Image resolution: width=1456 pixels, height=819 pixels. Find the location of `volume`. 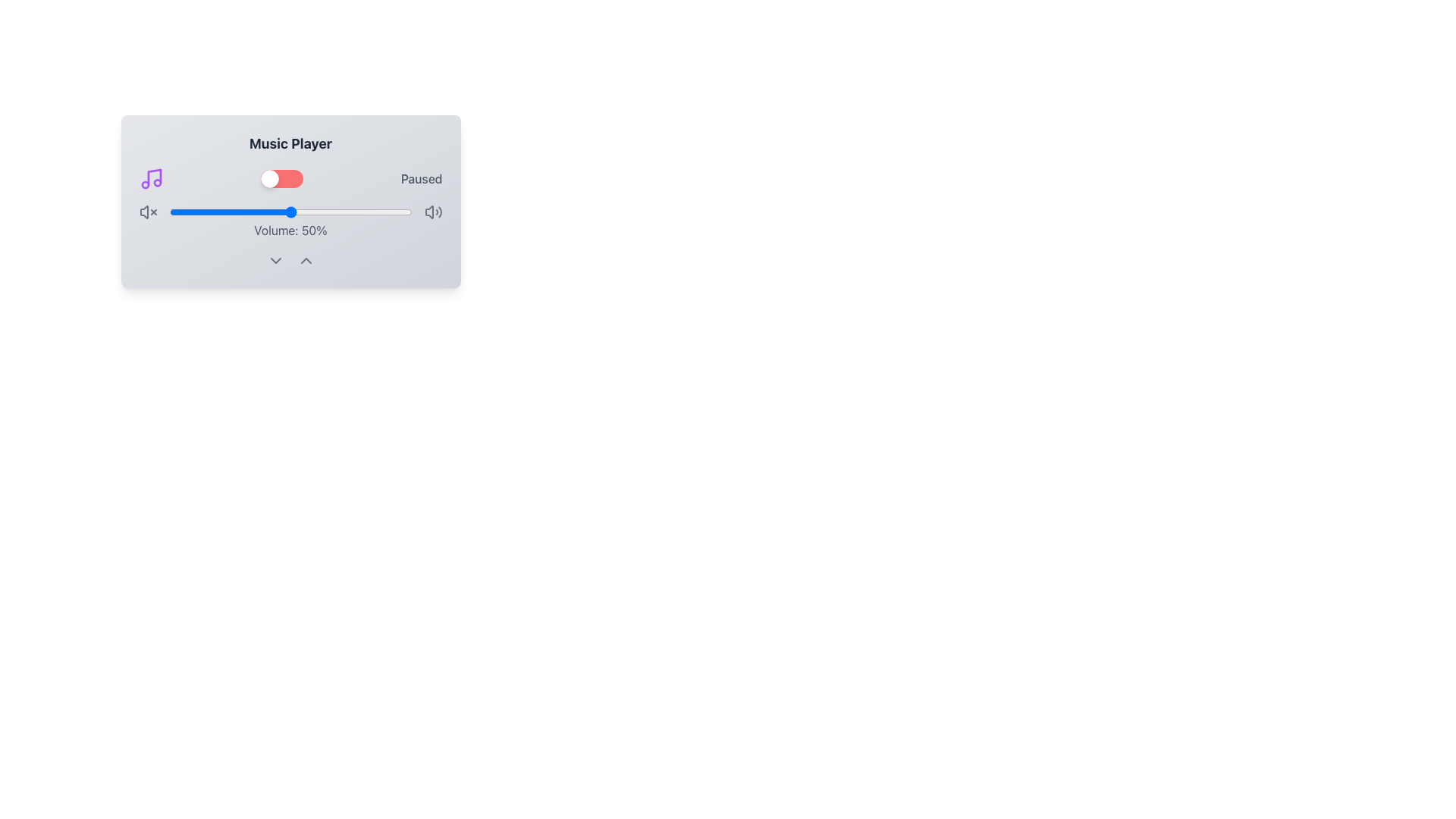

volume is located at coordinates (380, 212).